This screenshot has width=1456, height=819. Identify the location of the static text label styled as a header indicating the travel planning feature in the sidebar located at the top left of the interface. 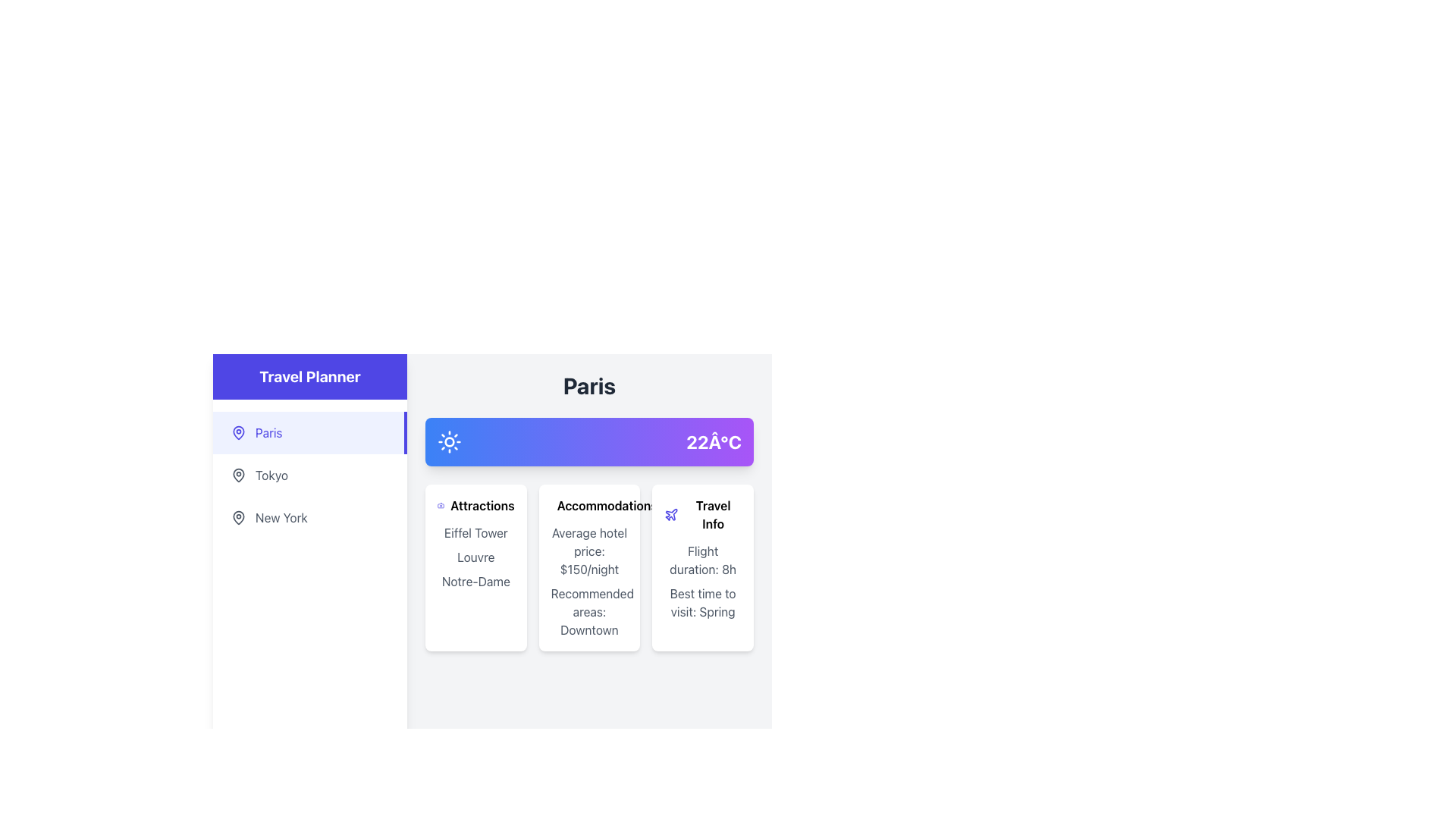
(309, 376).